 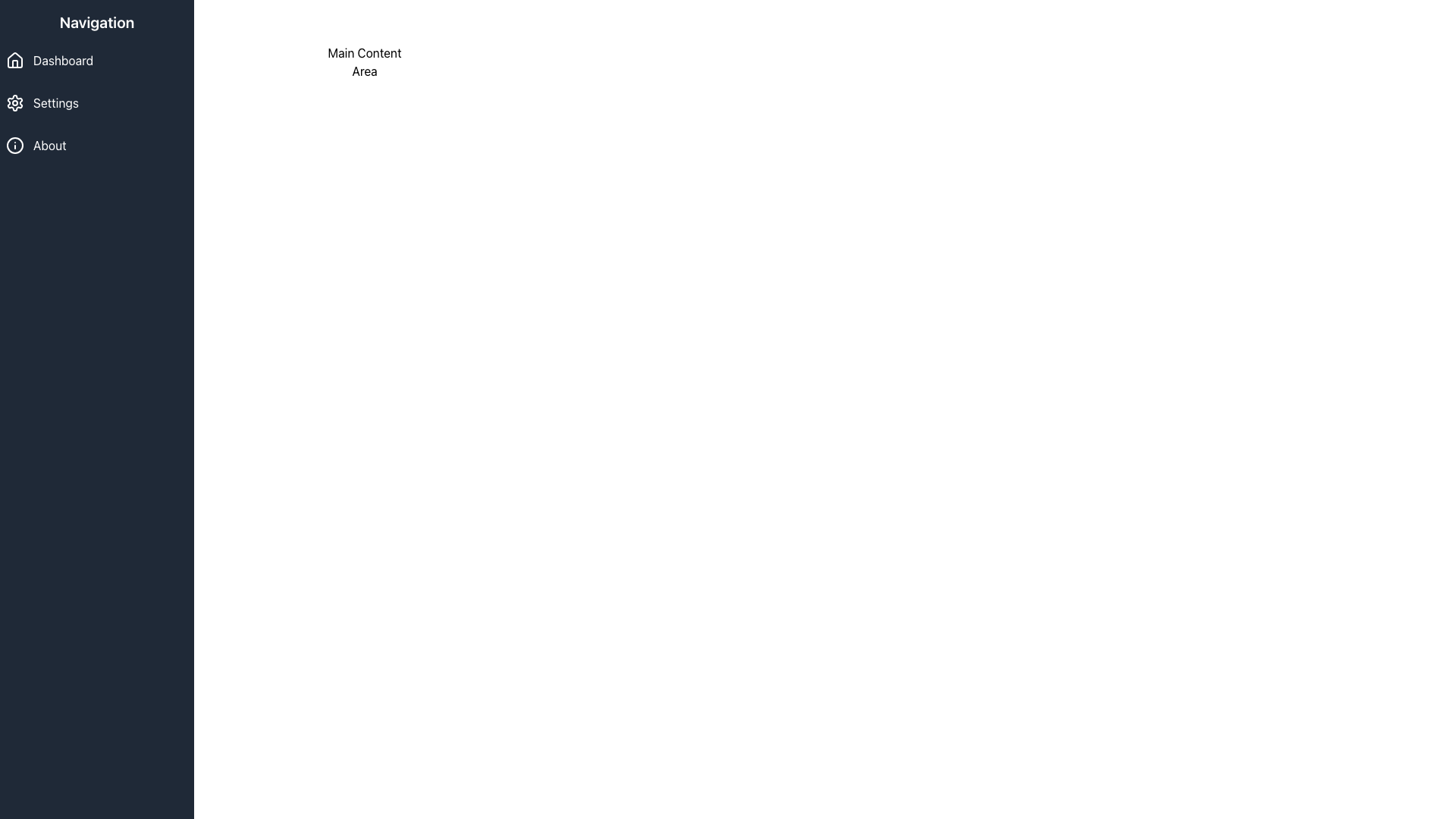 What do you see at coordinates (14, 102) in the screenshot?
I see `the gear-shaped icon in the left-hand navigation menu to interact with the settings functionality` at bounding box center [14, 102].